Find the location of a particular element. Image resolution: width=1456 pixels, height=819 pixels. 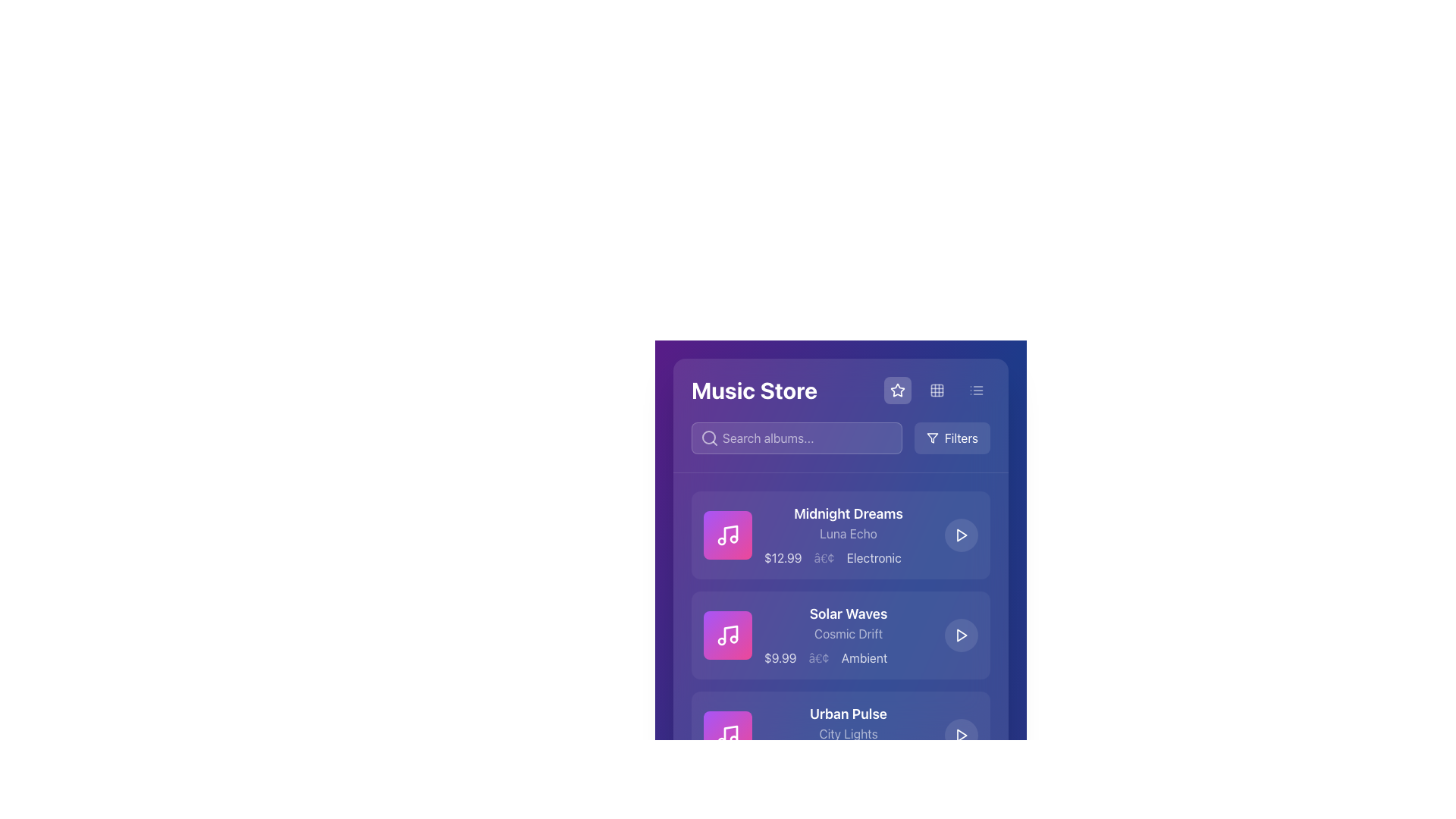

the grid layout icon button located in the top-right corner of the interface, which is visually represented by a square outline divided into nine smaller squares is located at coordinates (937, 390).